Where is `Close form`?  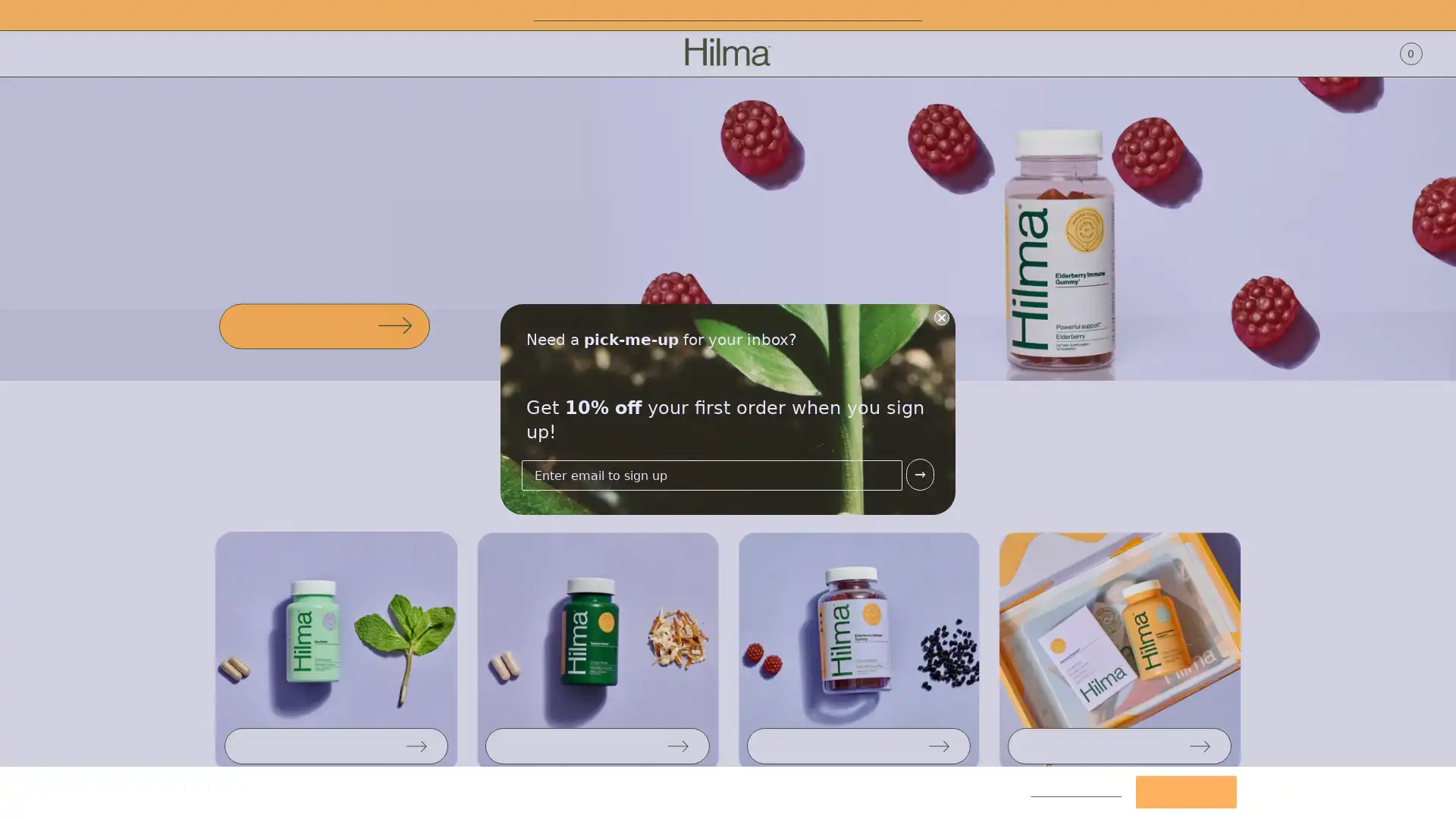 Close form is located at coordinates (941, 317).